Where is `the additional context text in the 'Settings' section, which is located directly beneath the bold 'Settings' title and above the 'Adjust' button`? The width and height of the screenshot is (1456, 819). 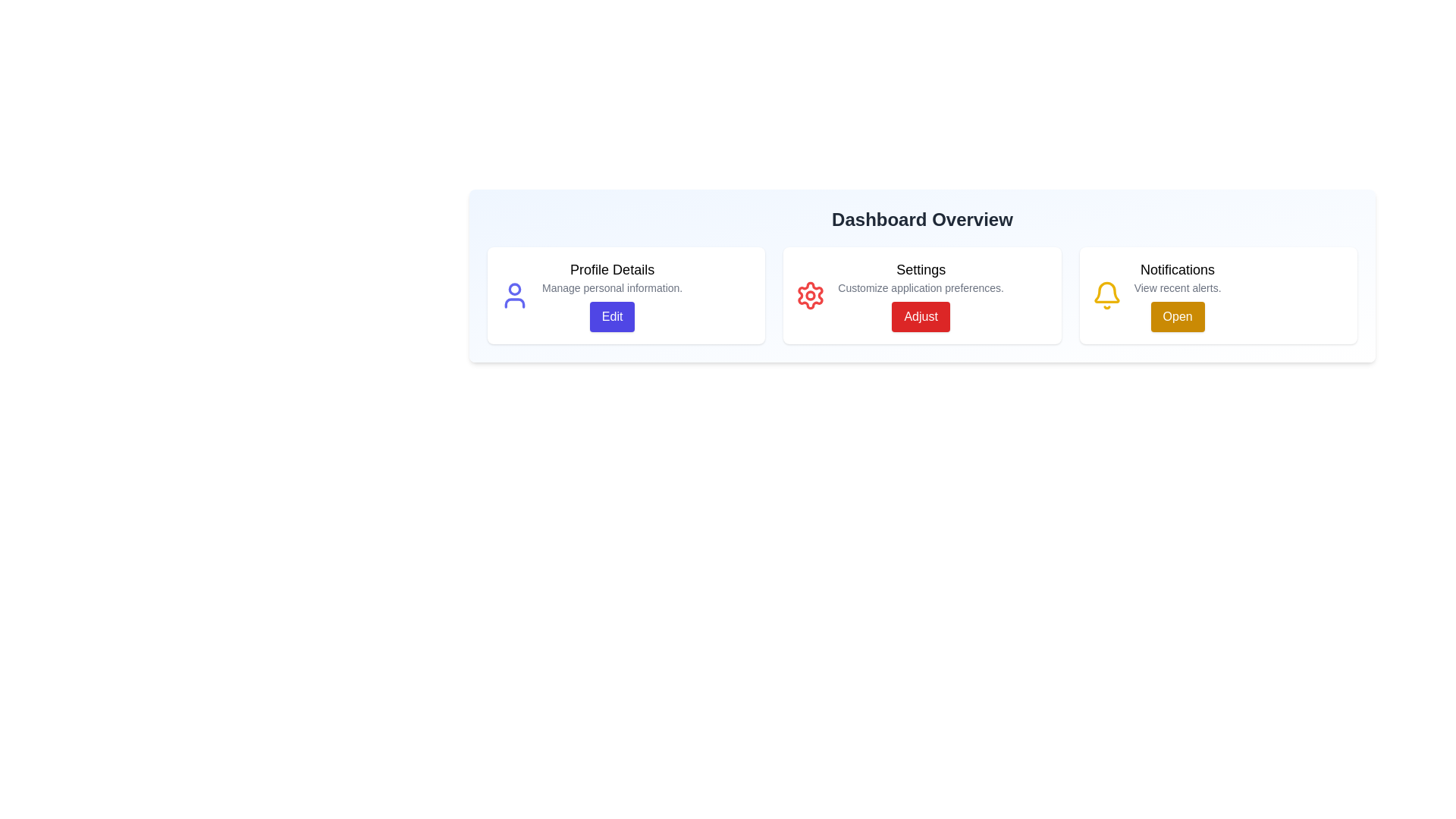 the additional context text in the 'Settings' section, which is located directly beneath the bold 'Settings' title and above the 'Adjust' button is located at coordinates (920, 288).